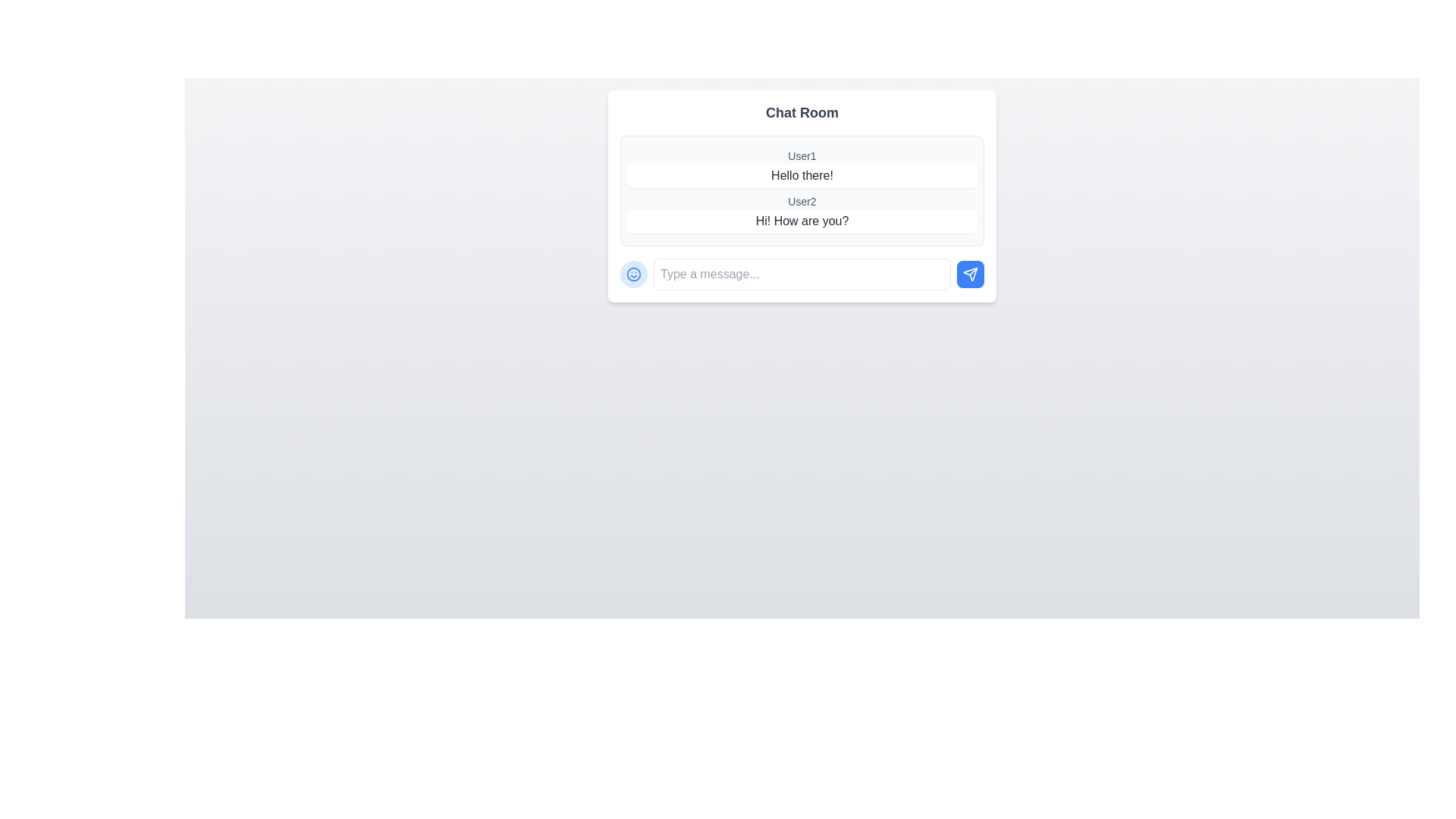  I want to click on the text display field that shows messages in the conversation interface, located below the 'User1' text element and centered within the chat box, so click(801, 174).